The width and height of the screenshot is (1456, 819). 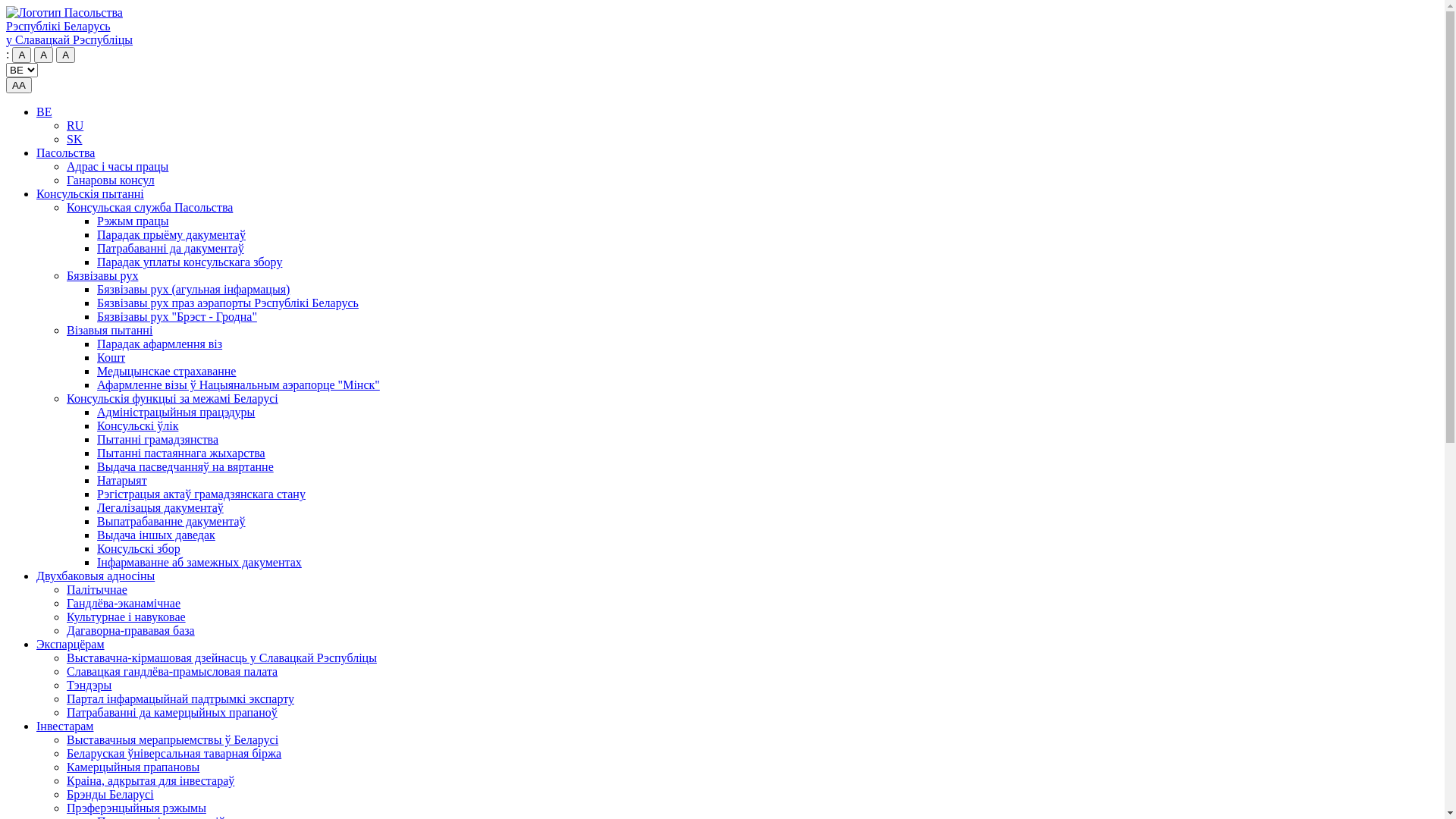 I want to click on 'A', so click(x=21, y=54).